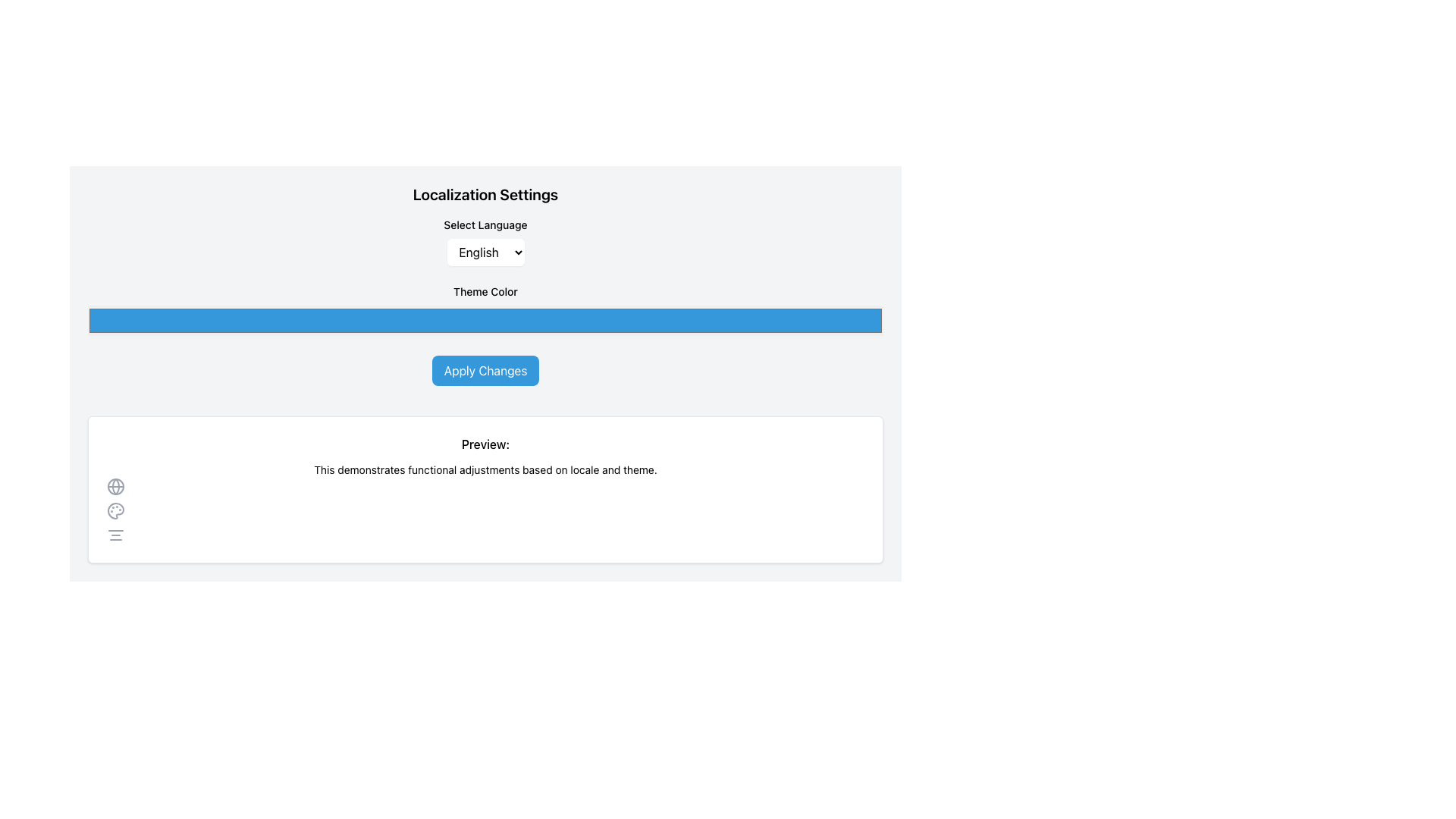 This screenshot has height=819, width=1456. What do you see at coordinates (485, 309) in the screenshot?
I see `the color picker located below the 'Select Language' section and above the 'Apply Changes' button` at bounding box center [485, 309].